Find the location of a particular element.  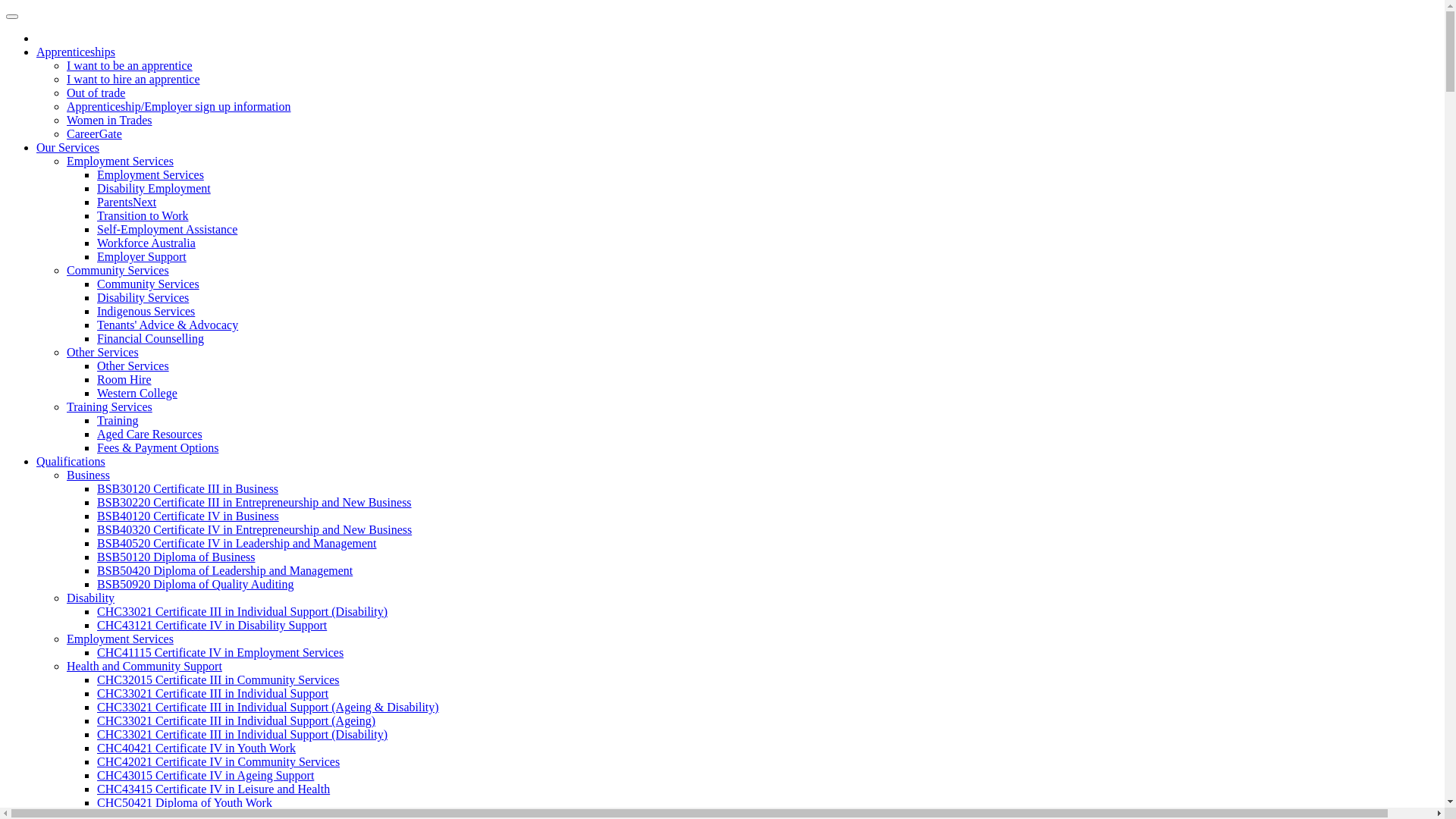

'Workforce Australia' is located at coordinates (96, 242).